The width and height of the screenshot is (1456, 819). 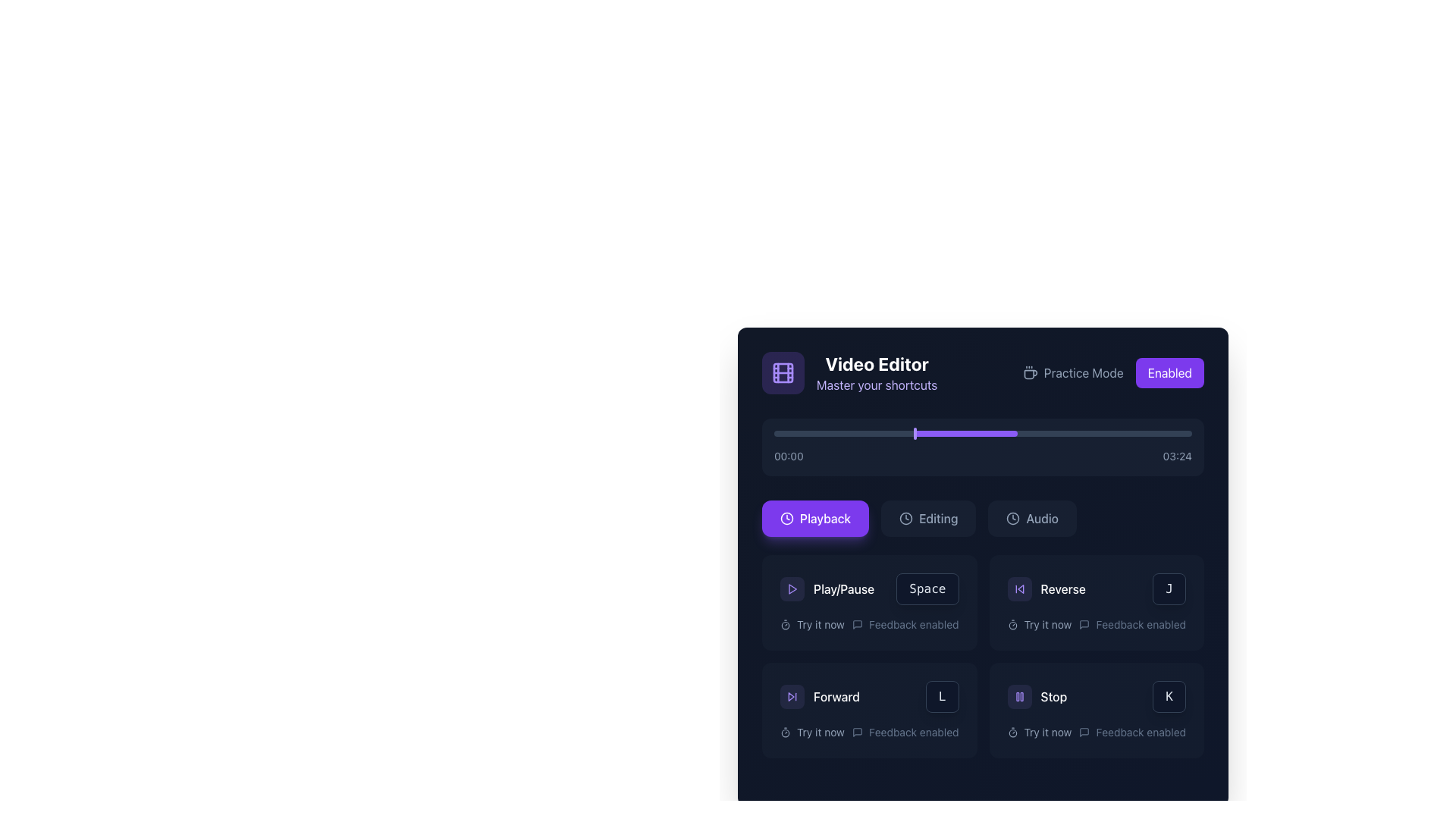 I want to click on the SVG circle located in the right-hand section of the interface, next to the 'Enabled' switch in the top bar, so click(x=786, y=517).